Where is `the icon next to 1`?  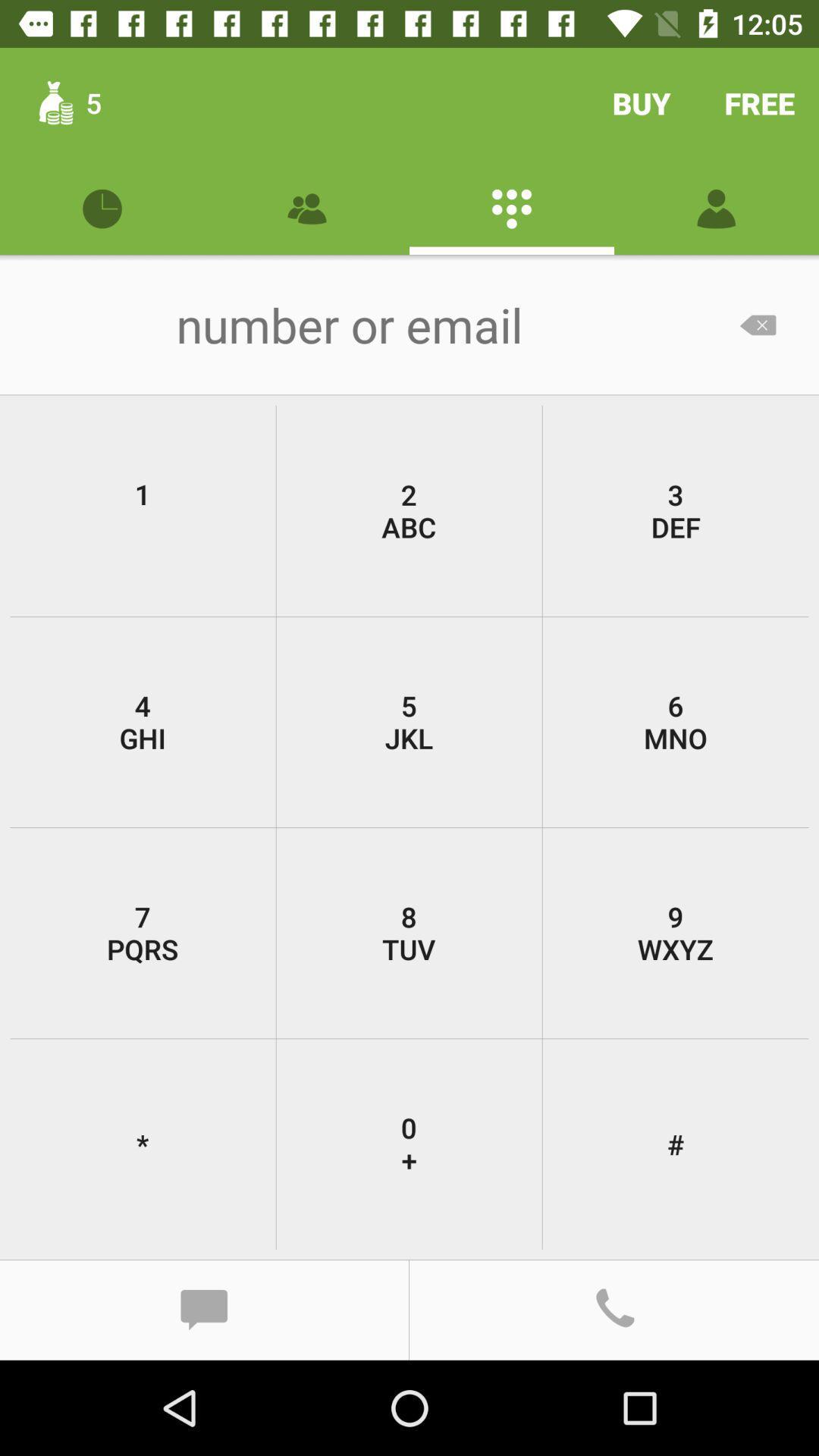 the icon next to 1 is located at coordinates (408, 510).